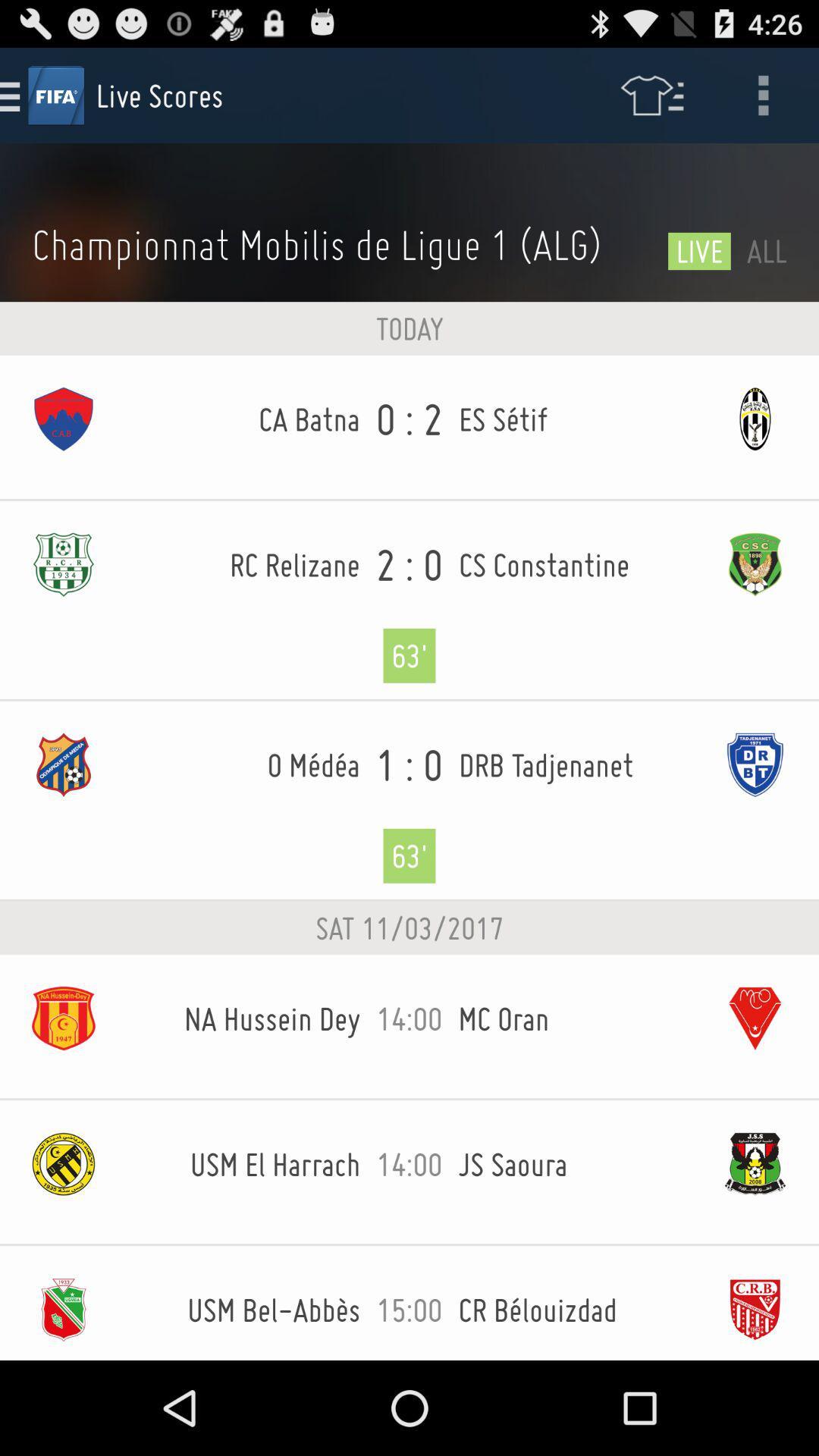 The image size is (819, 1456). What do you see at coordinates (767, 250) in the screenshot?
I see `item to the right of live icon` at bounding box center [767, 250].